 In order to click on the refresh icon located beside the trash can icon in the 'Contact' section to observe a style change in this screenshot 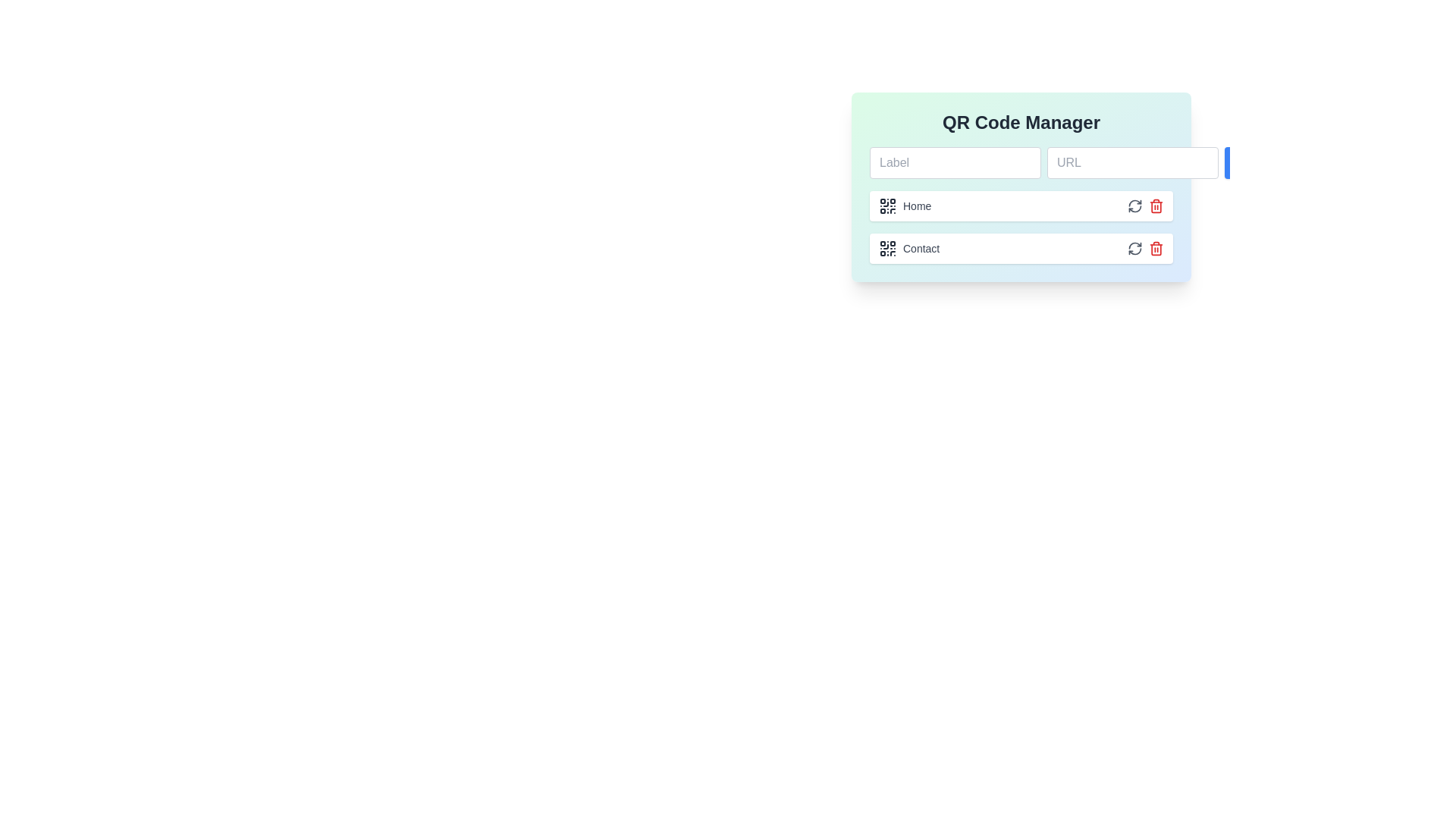, I will do `click(1135, 247)`.